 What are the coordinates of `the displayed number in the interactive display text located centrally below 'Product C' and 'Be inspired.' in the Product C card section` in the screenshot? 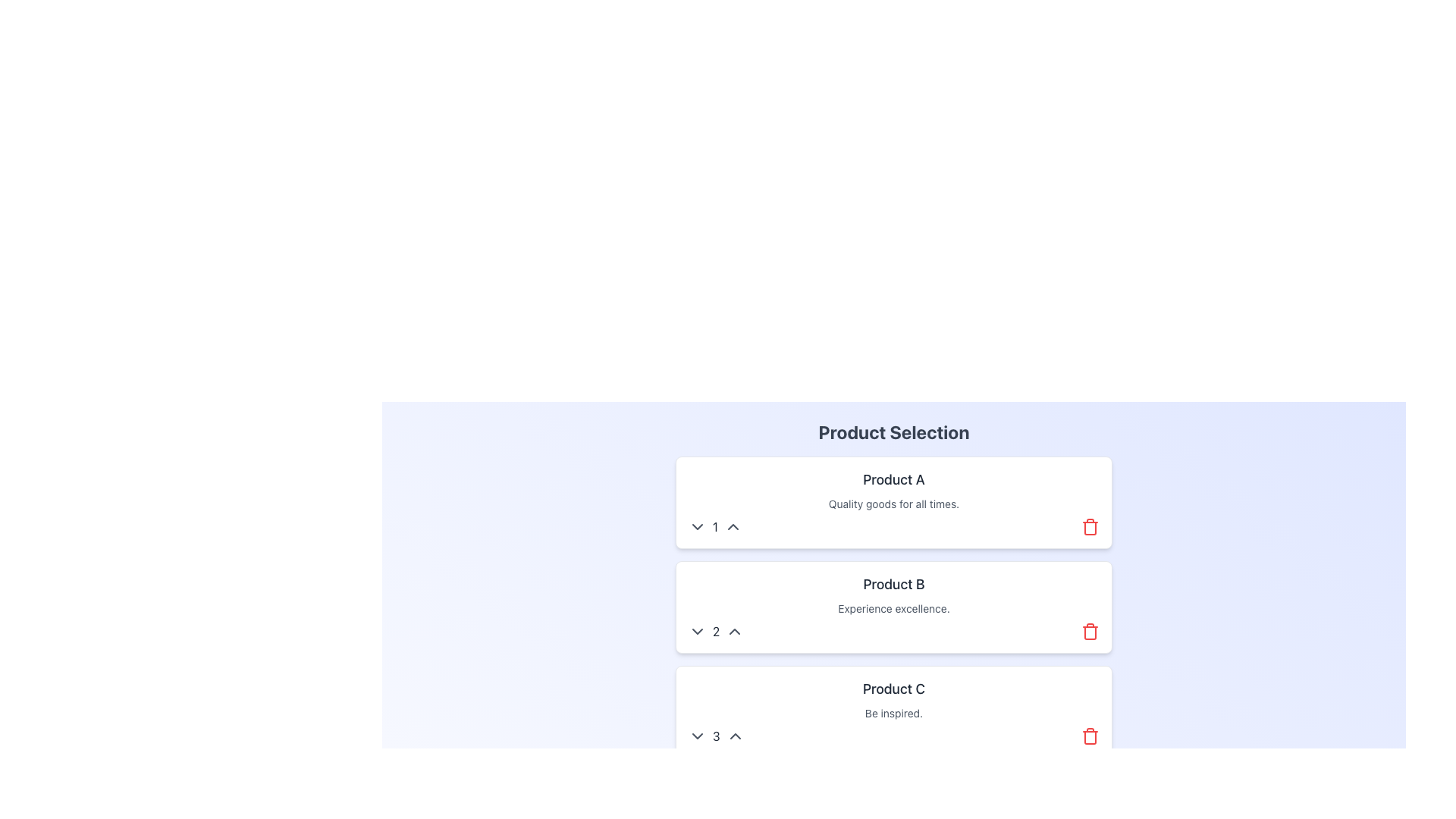 It's located at (715, 736).